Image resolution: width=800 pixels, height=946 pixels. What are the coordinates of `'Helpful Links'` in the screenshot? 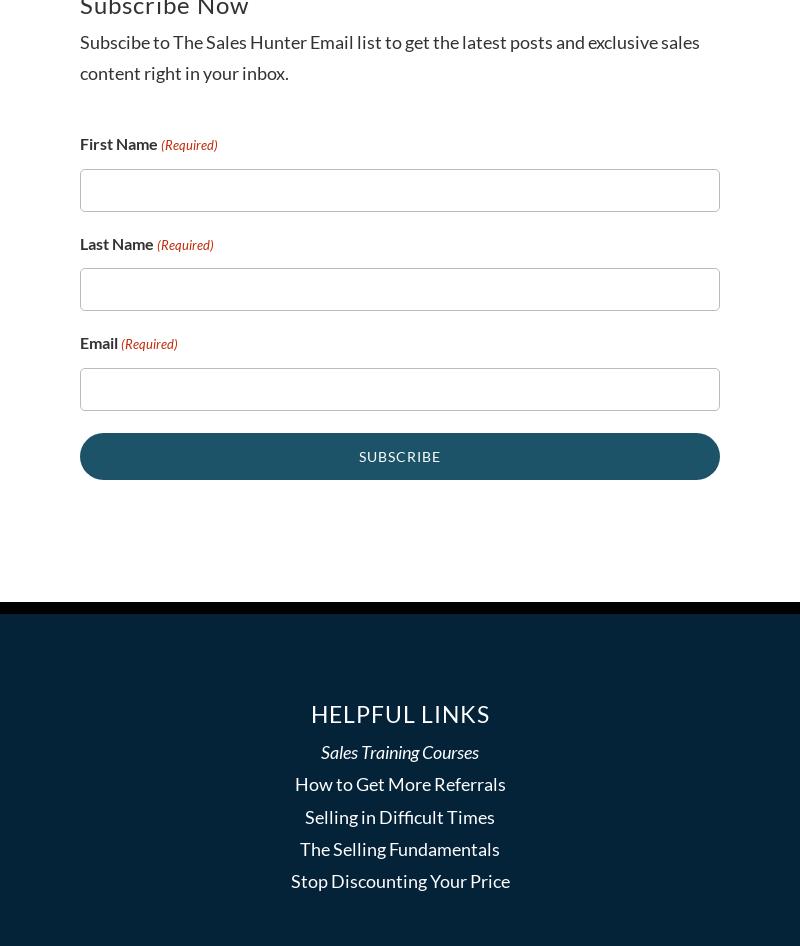 It's located at (398, 712).